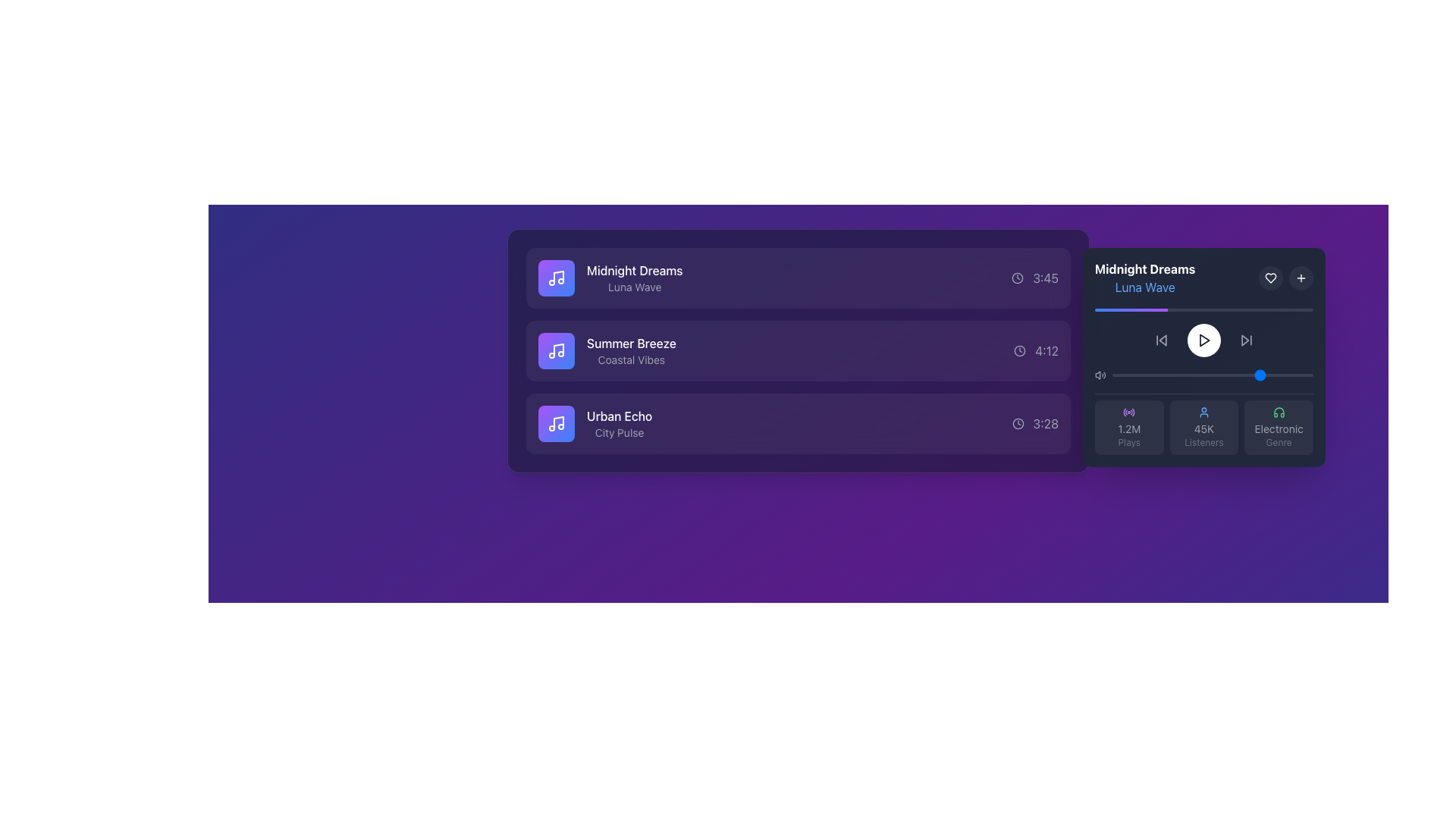  Describe the element at coordinates (595, 424) in the screenshot. I see `the third item in the list of tracks` at that location.